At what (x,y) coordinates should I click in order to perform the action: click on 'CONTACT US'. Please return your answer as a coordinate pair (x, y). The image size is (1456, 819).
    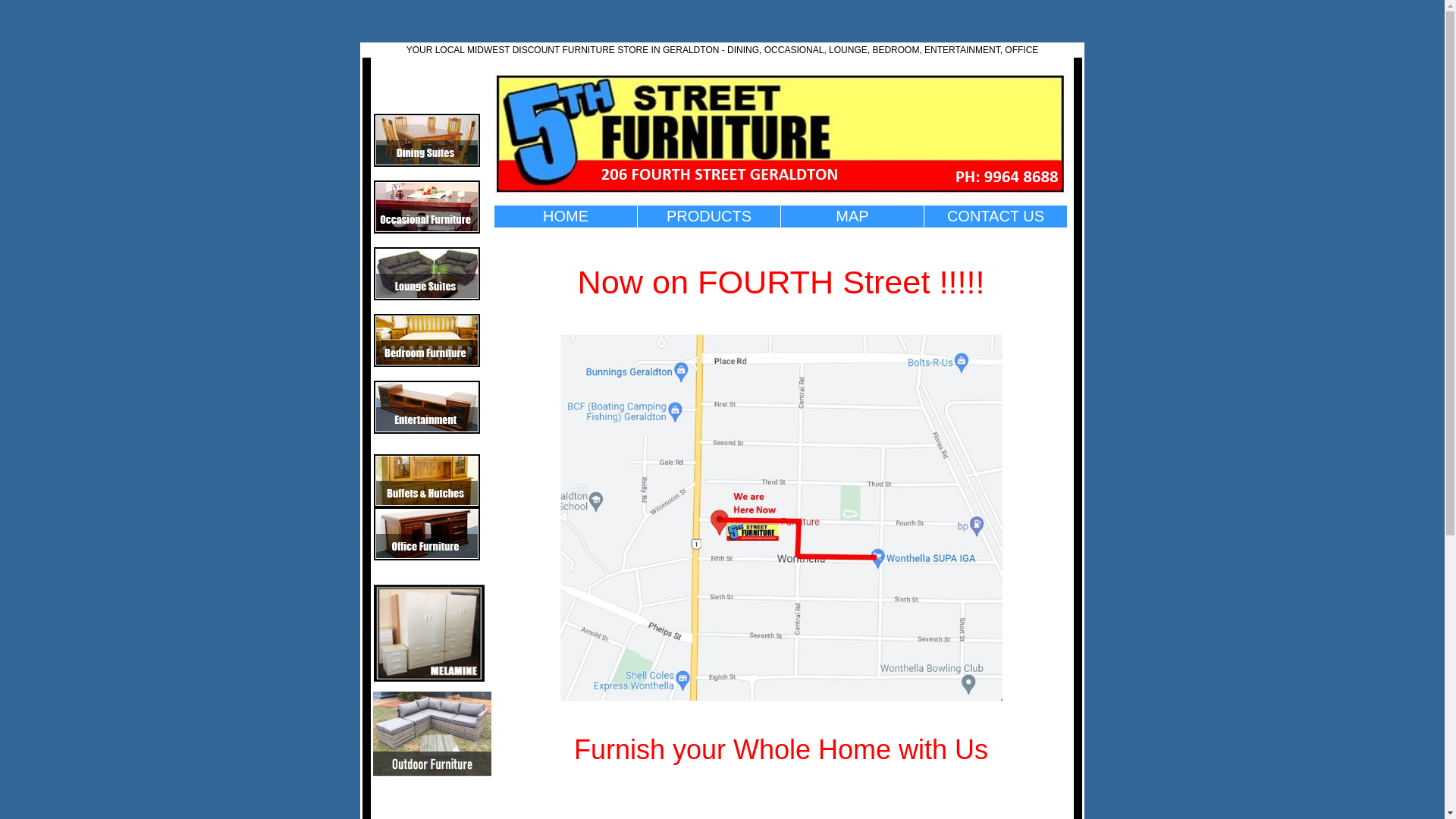
    Looking at the image, I should click on (996, 216).